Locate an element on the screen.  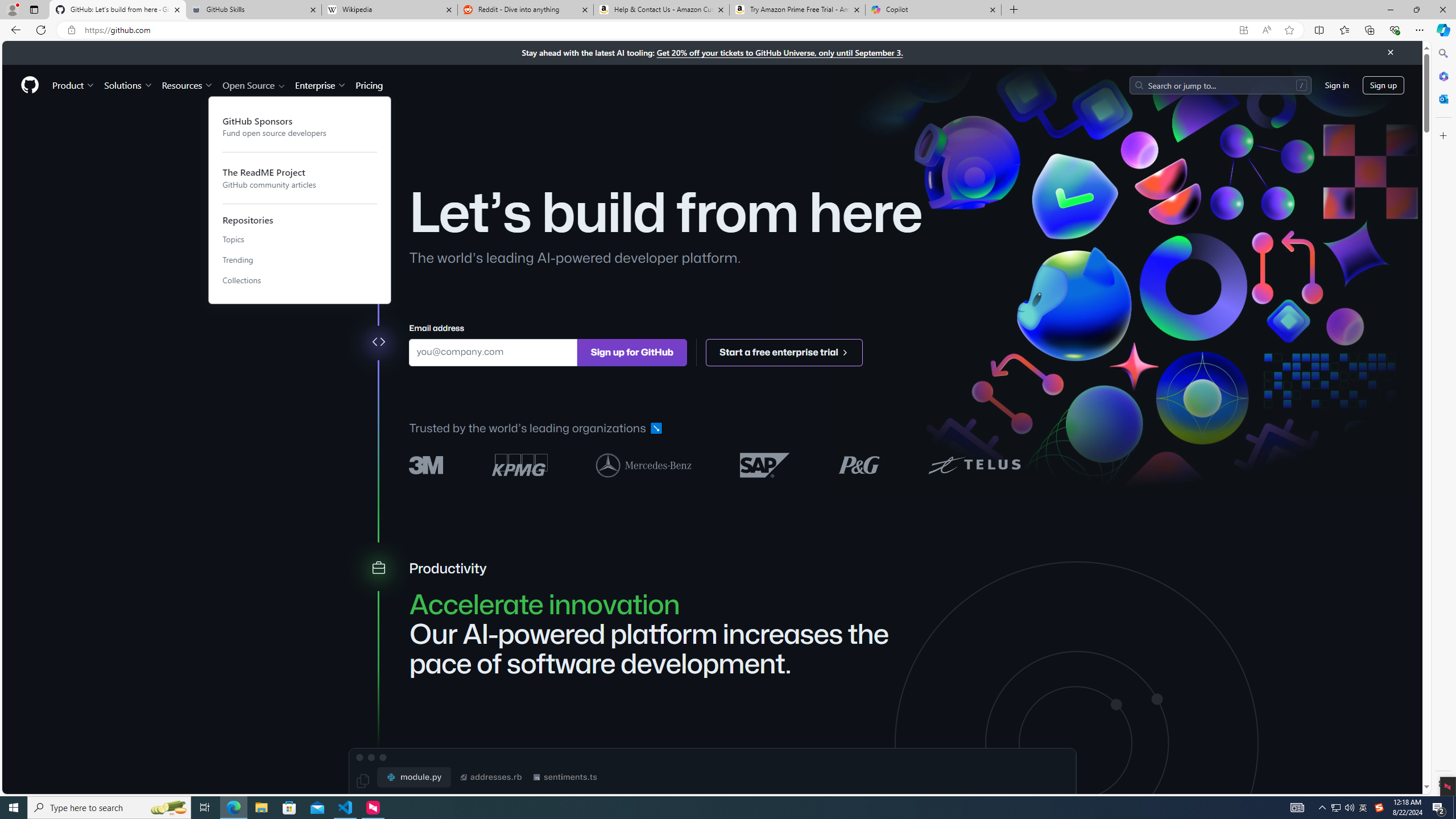
'Copilot' is located at coordinates (932, 9).